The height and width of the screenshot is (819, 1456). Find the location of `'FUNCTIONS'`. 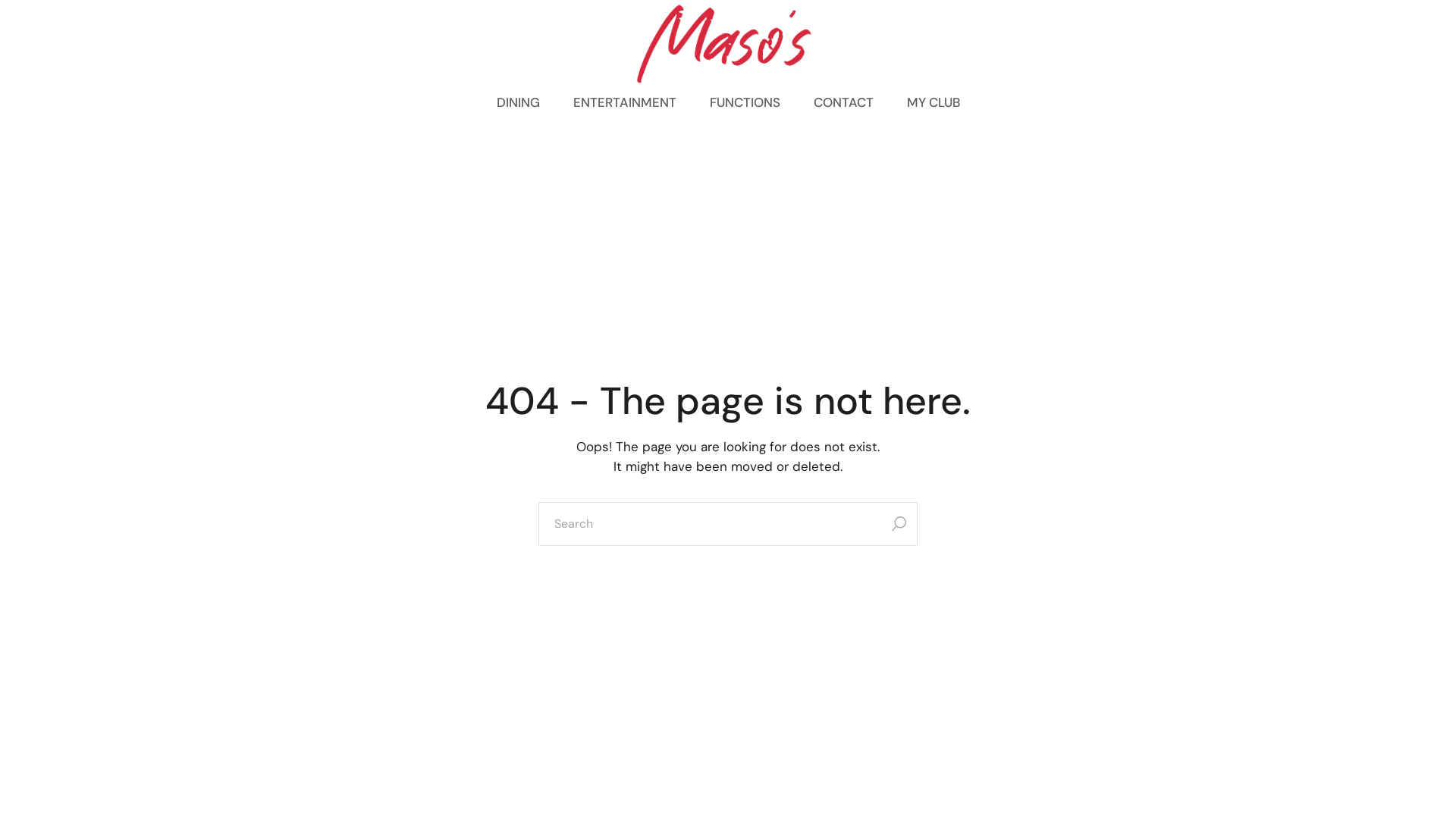

'FUNCTIONS' is located at coordinates (745, 102).